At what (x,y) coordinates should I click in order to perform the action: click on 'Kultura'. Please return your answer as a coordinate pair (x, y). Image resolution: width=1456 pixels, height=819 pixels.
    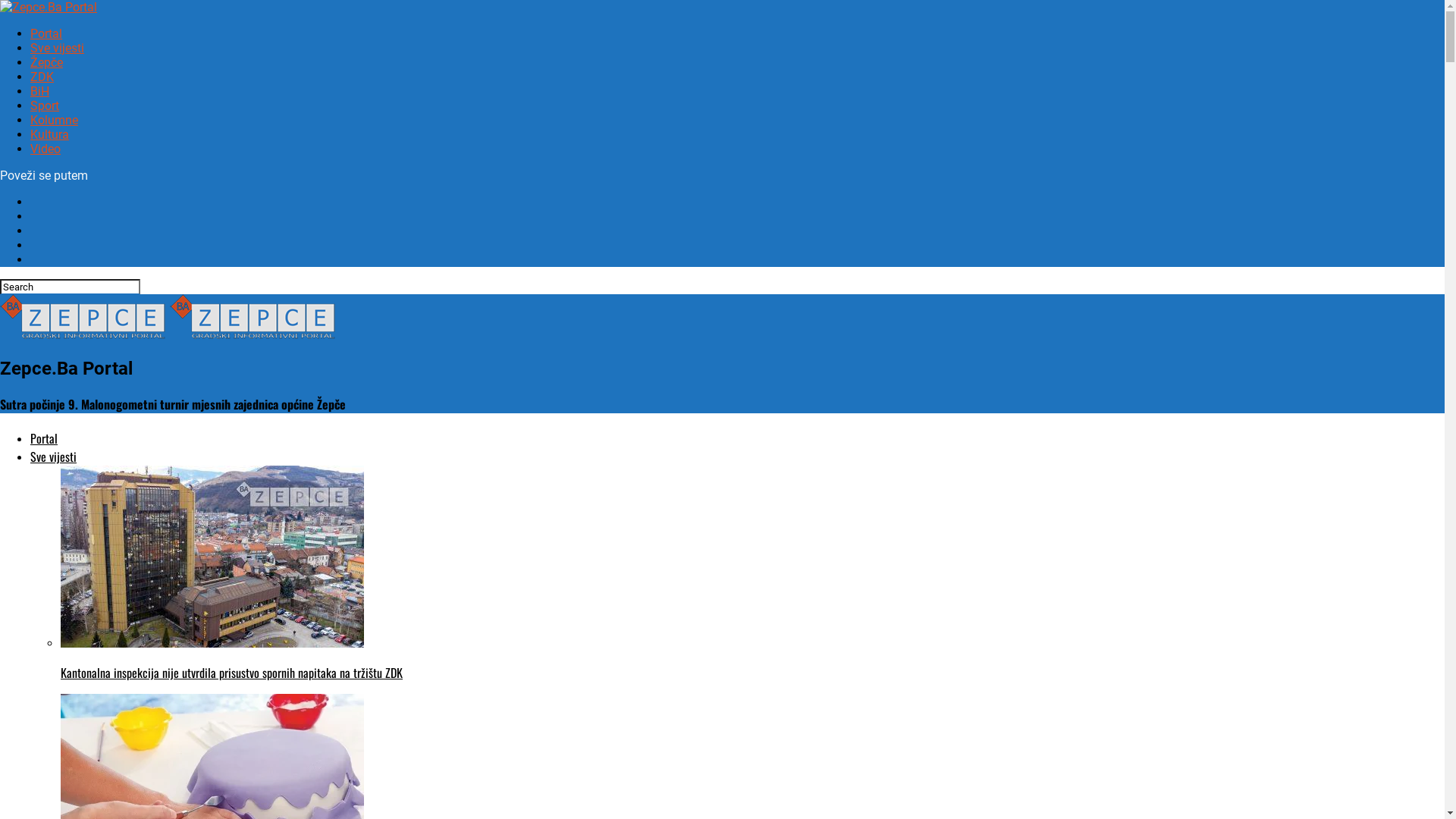
    Looking at the image, I should click on (30, 133).